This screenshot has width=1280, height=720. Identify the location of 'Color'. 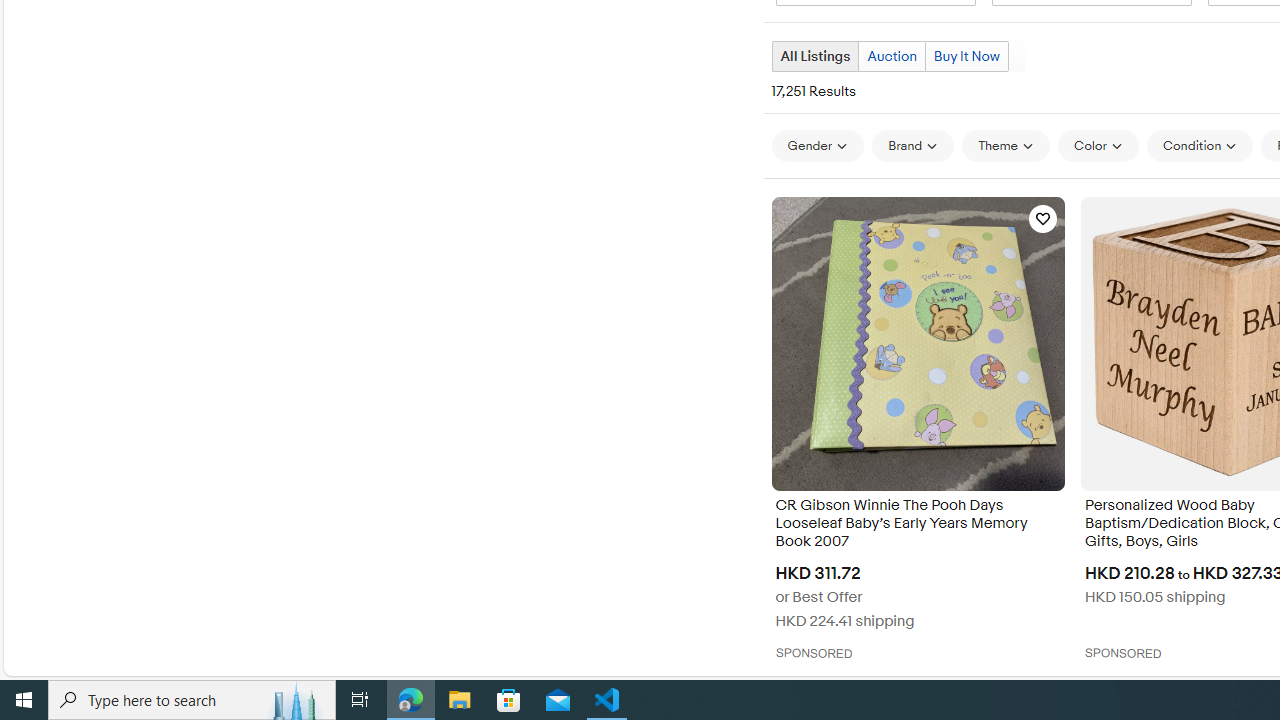
(1097, 145).